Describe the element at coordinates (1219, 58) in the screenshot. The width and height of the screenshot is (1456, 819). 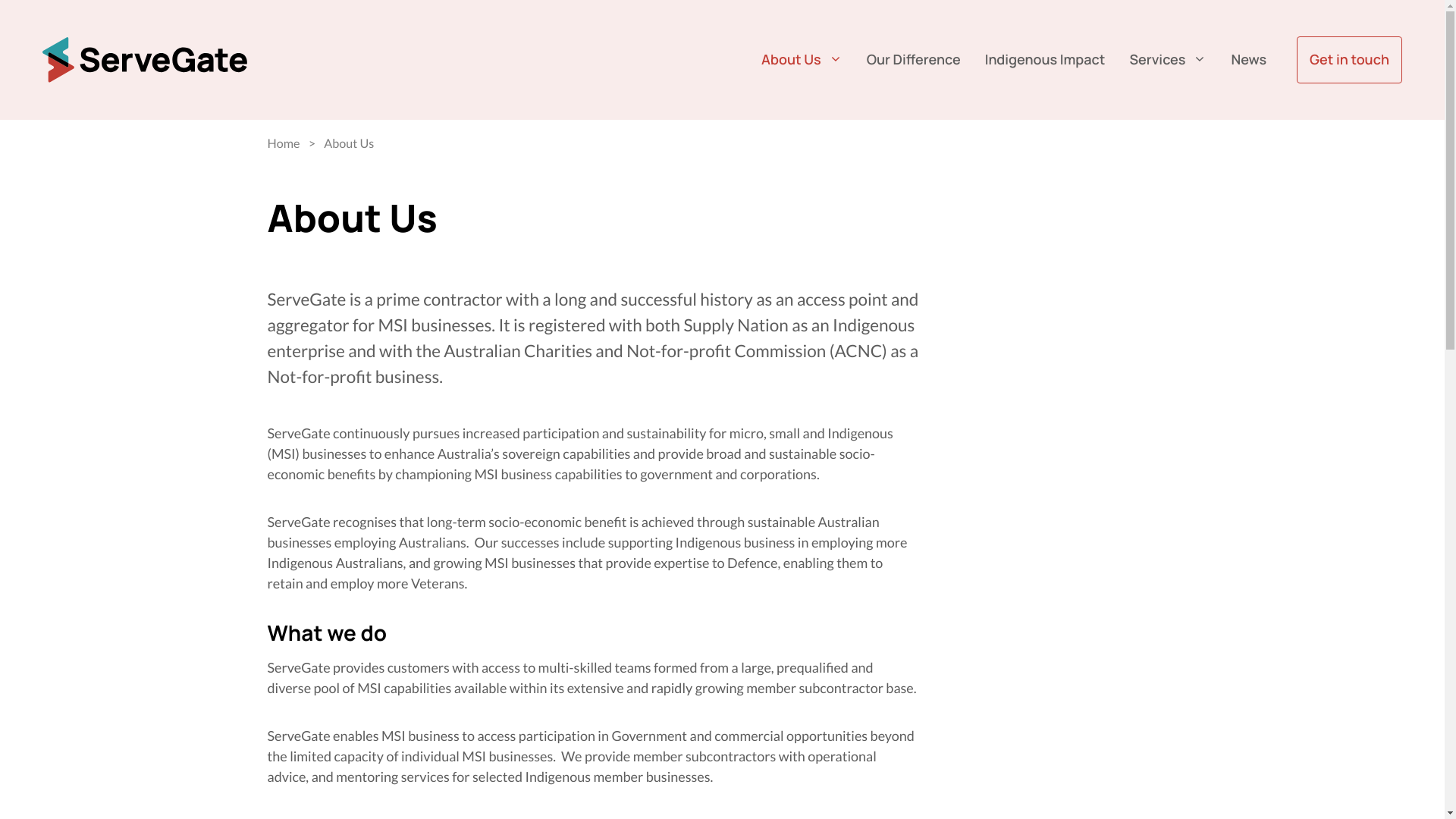
I see `'News'` at that location.